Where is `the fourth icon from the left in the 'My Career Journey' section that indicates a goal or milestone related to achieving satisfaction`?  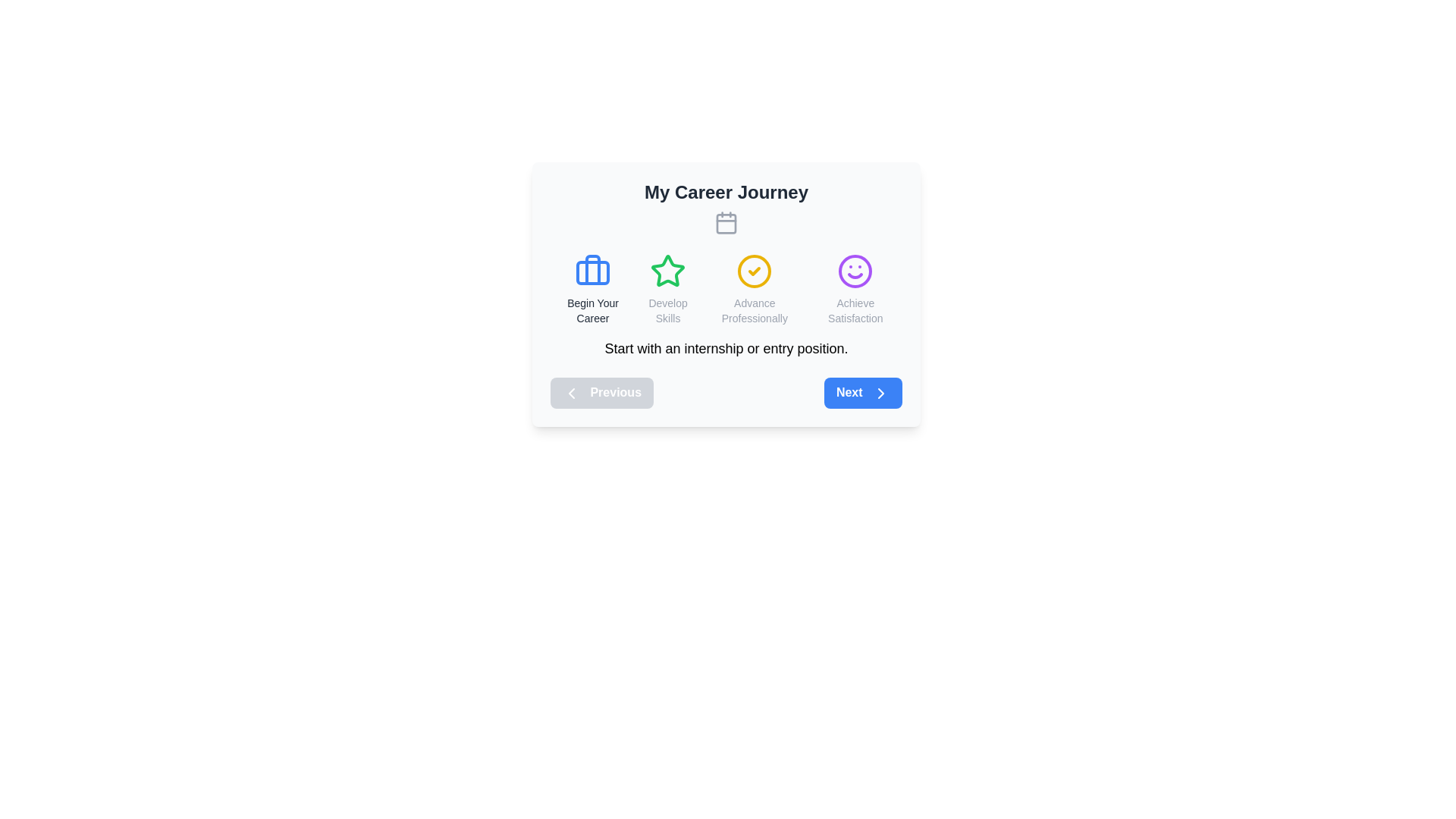 the fourth icon from the left in the 'My Career Journey' section that indicates a goal or milestone related to achieving satisfaction is located at coordinates (855, 289).